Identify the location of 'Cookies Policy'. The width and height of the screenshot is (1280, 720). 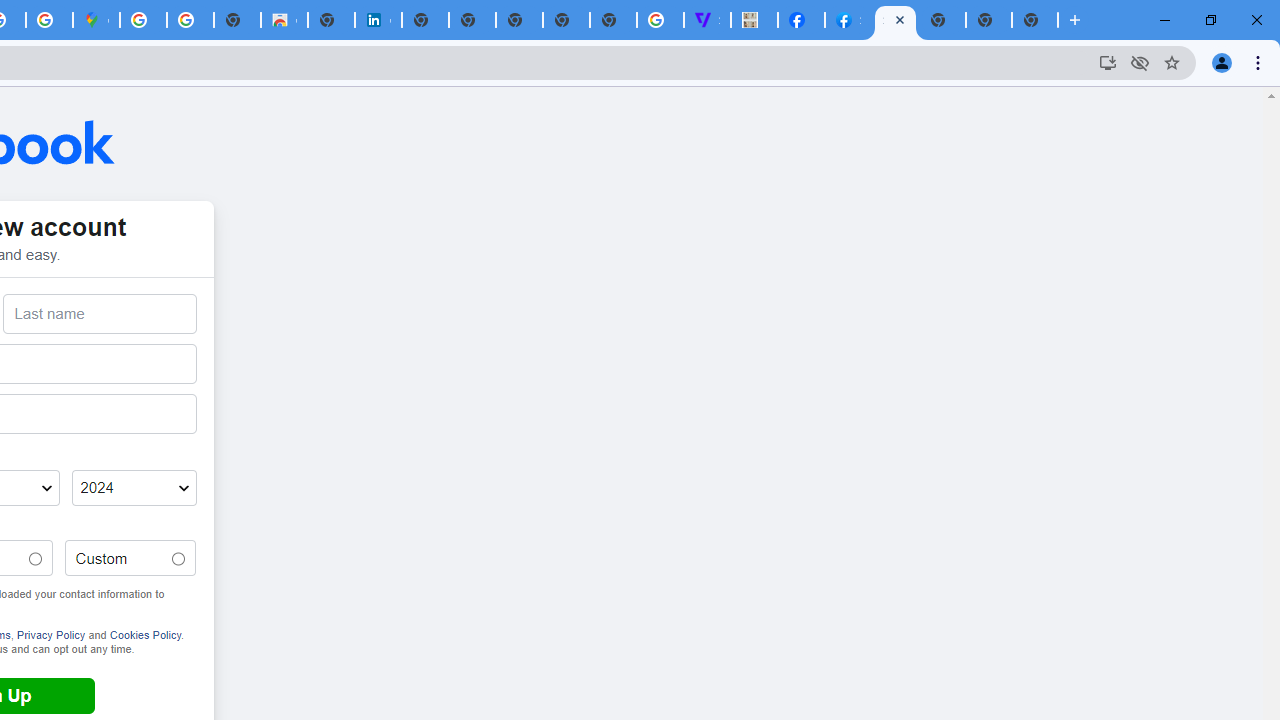
(144, 634).